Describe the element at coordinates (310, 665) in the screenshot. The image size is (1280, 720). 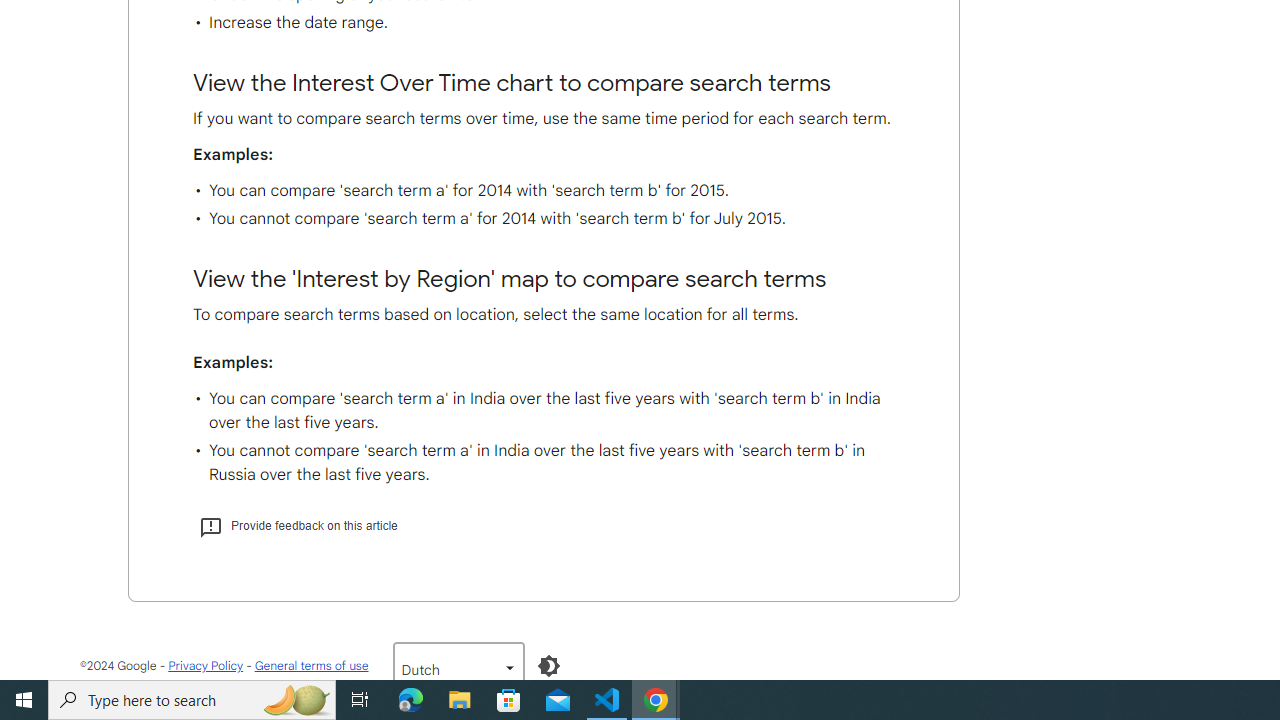
I see `'General terms of use'` at that location.